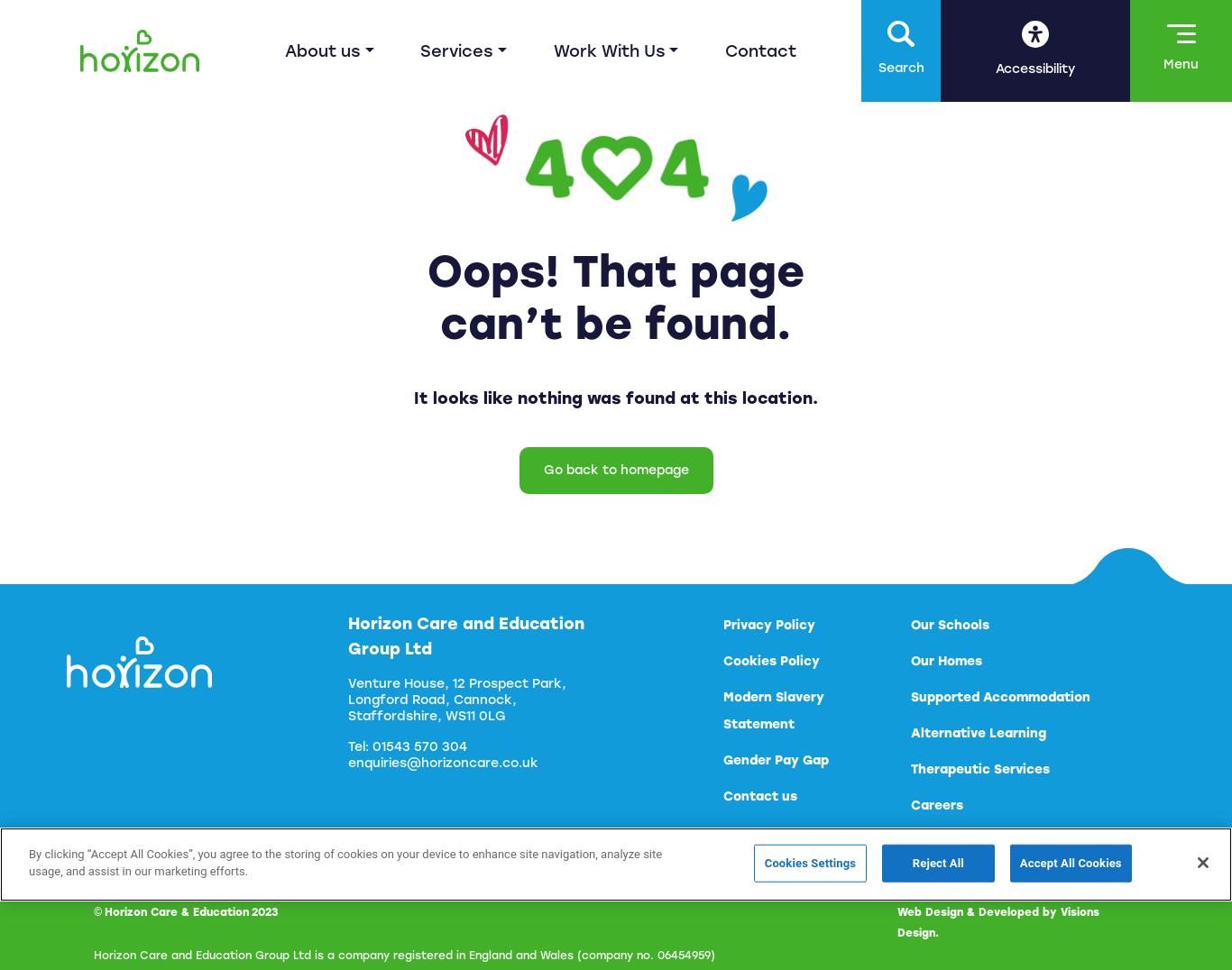 Image resolution: width=1232 pixels, height=970 pixels. Describe the element at coordinates (1163, 64) in the screenshot. I see `'Menu'` at that location.